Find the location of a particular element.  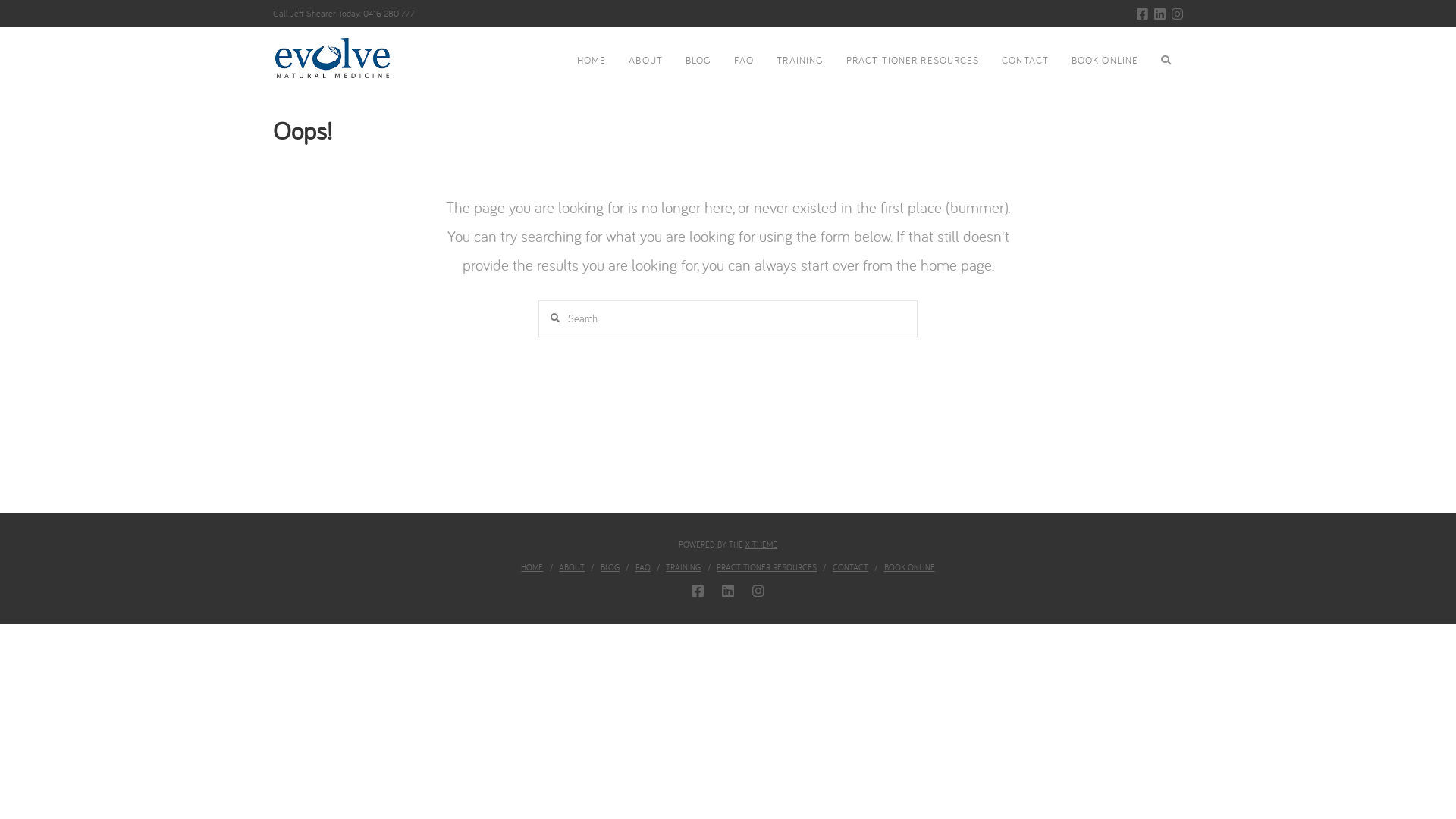

'Instagram' is located at coordinates (758, 590).